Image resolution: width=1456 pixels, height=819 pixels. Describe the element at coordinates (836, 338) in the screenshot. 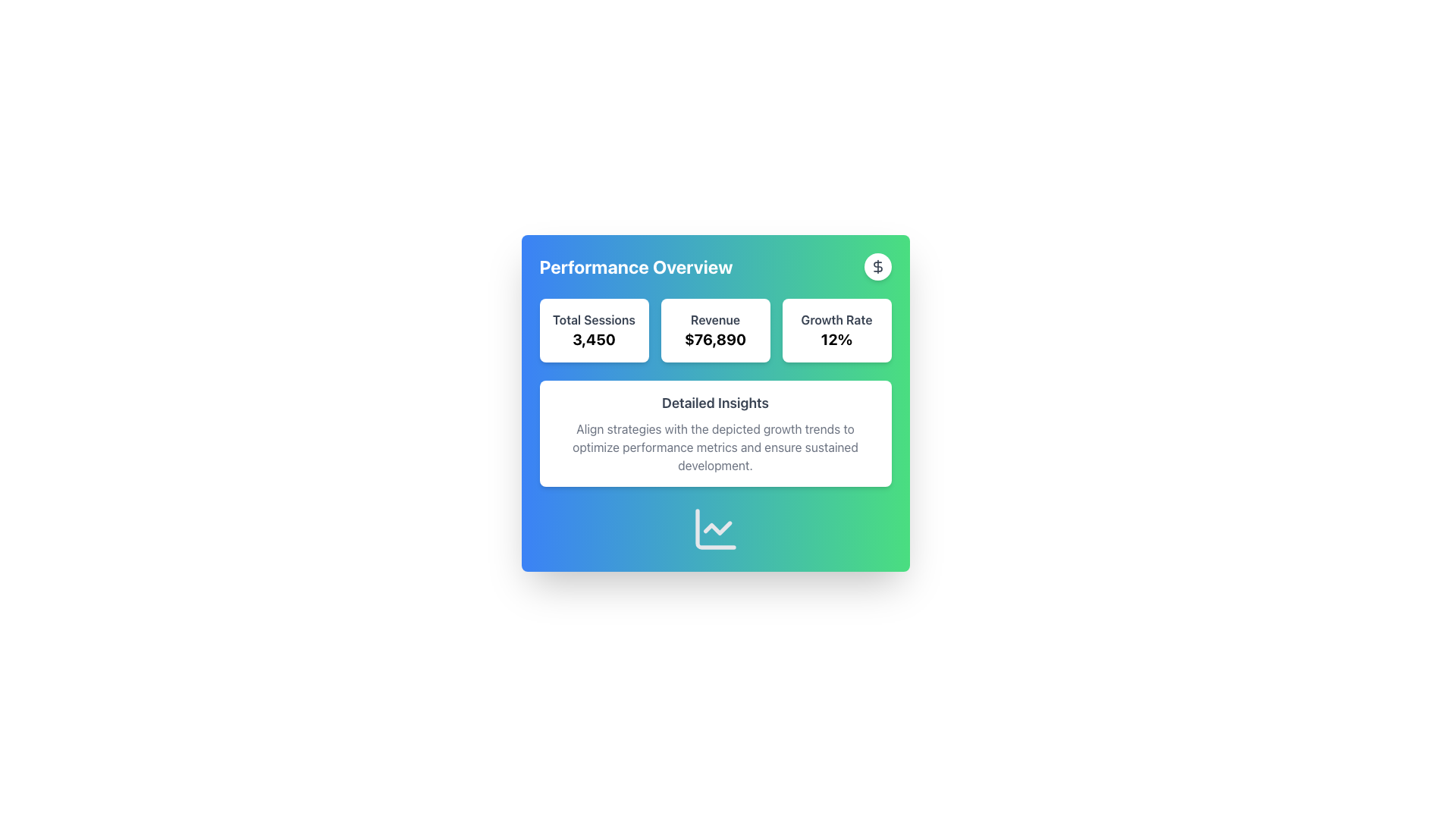

I see `the static Text Display element that shows the growth rate metric, positioned below the 'Growth Rate' label within the third card of the 'Performance Overview'` at that location.